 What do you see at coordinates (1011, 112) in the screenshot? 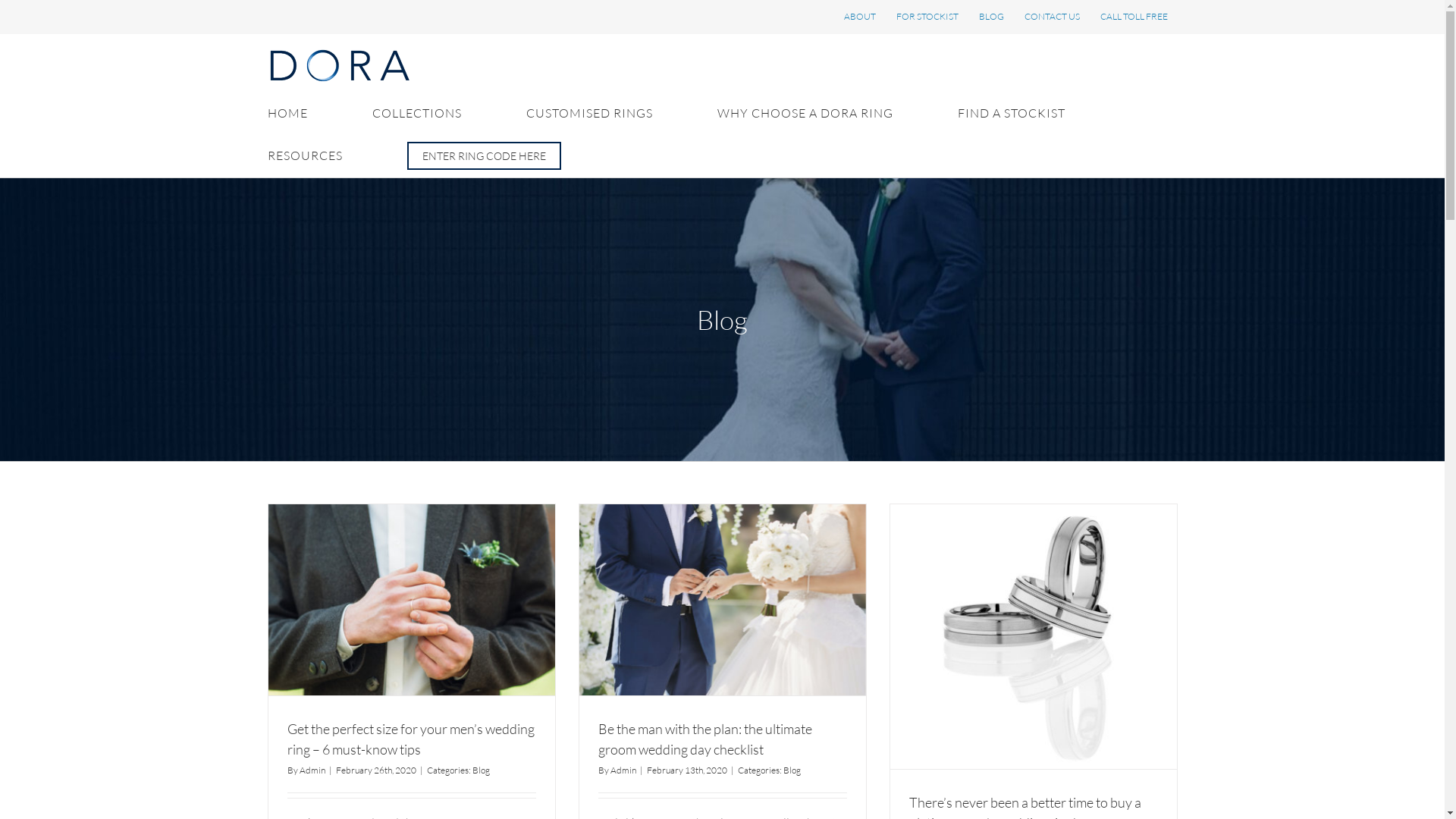
I see `'FIND A STOCKIST'` at bounding box center [1011, 112].